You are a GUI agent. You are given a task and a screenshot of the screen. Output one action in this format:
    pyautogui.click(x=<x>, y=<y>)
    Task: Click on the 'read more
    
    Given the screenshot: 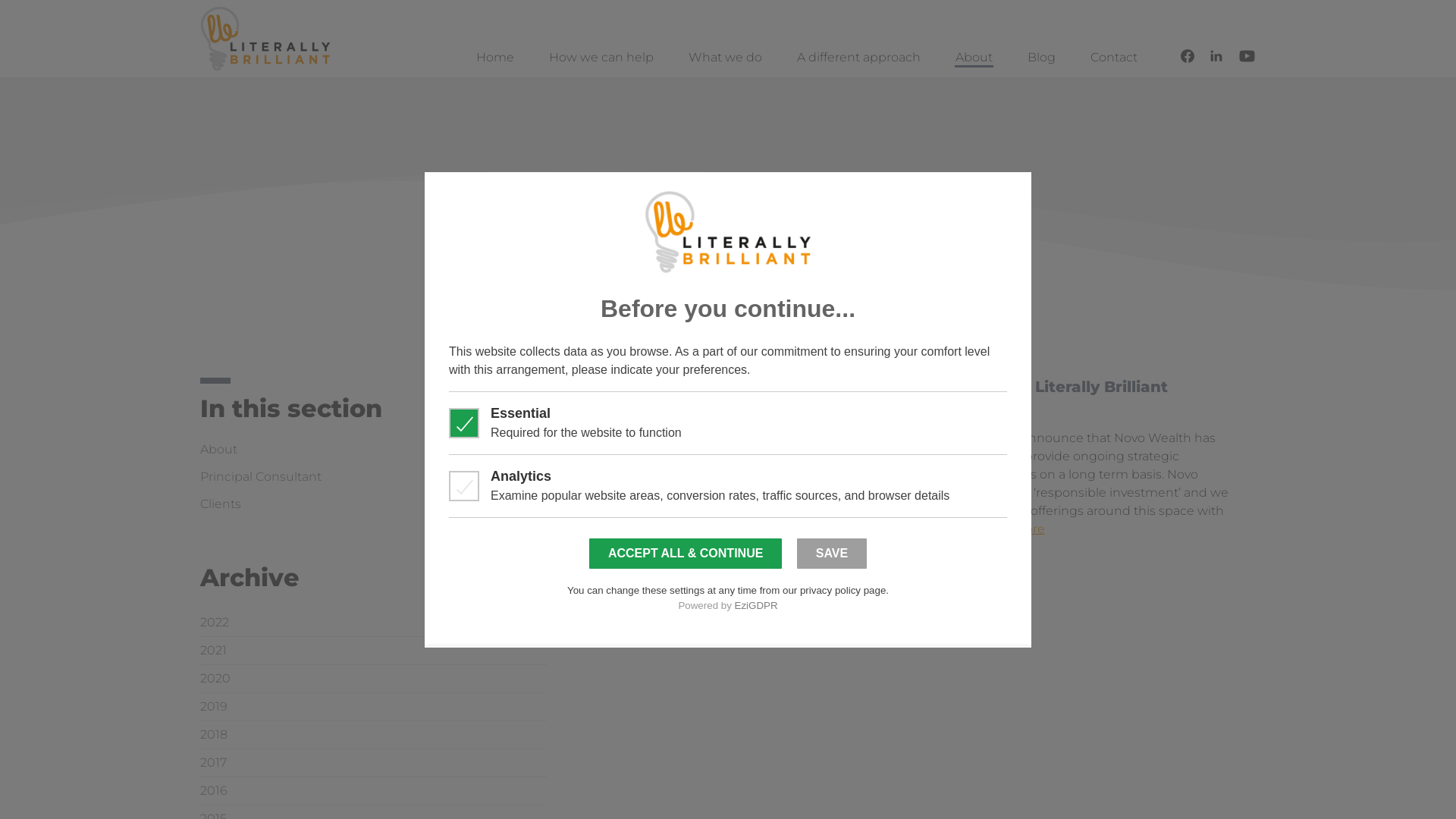 What is the action you would take?
    pyautogui.click(x=1013, y=528)
    